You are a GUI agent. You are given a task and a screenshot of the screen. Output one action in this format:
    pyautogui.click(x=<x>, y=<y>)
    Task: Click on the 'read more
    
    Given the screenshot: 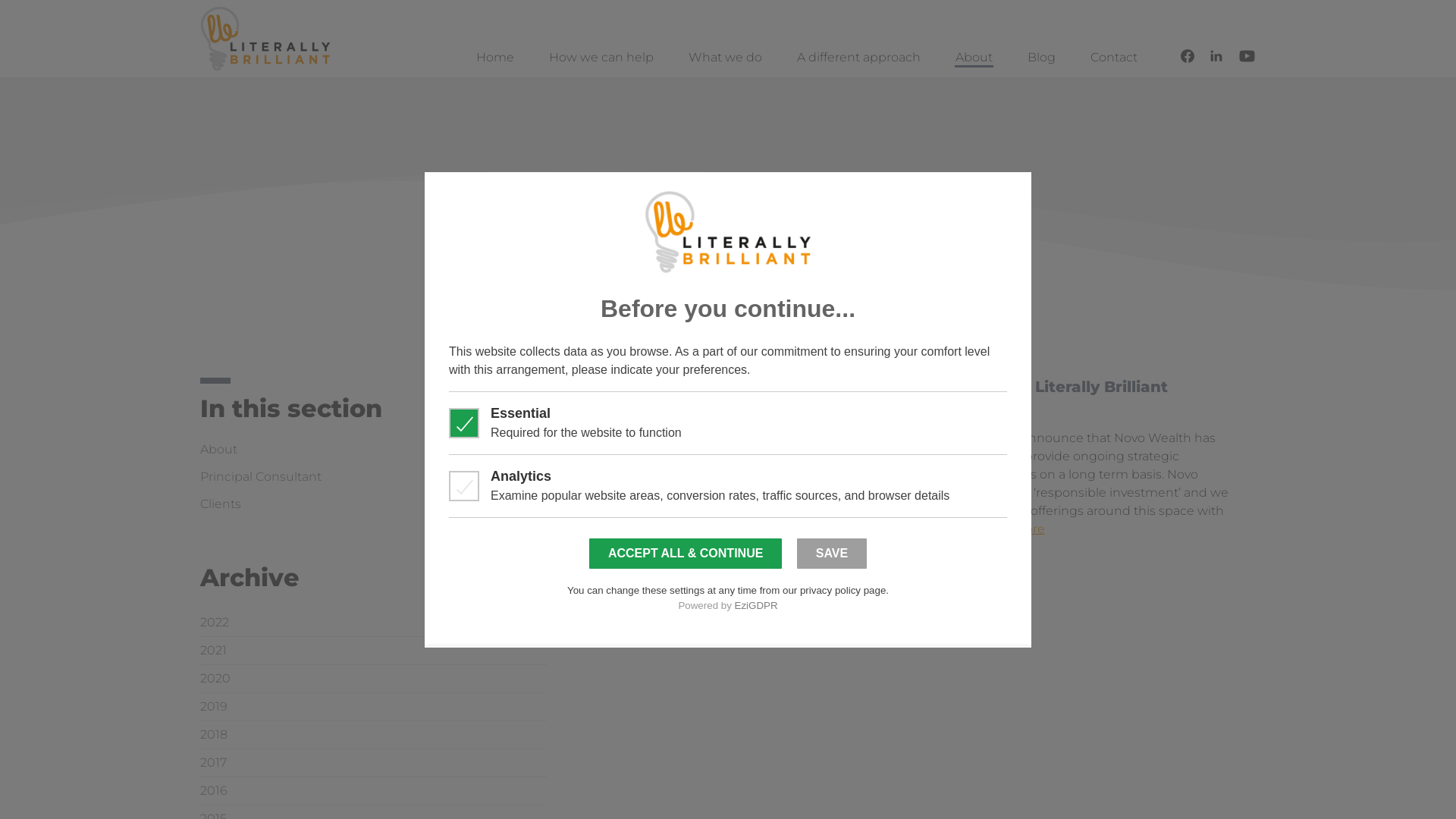 What is the action you would take?
    pyautogui.click(x=1013, y=528)
    